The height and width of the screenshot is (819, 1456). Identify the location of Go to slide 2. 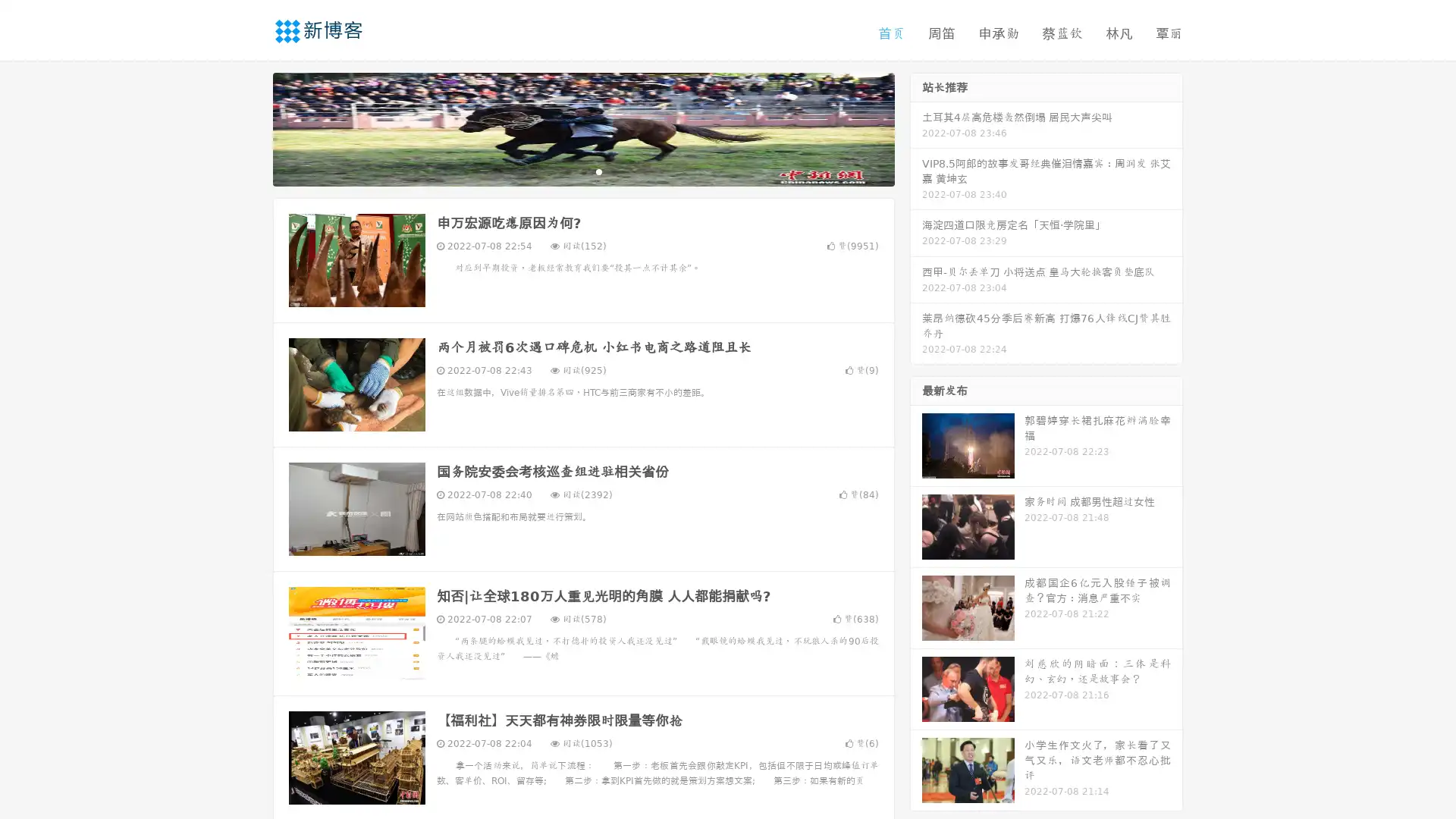
(582, 171).